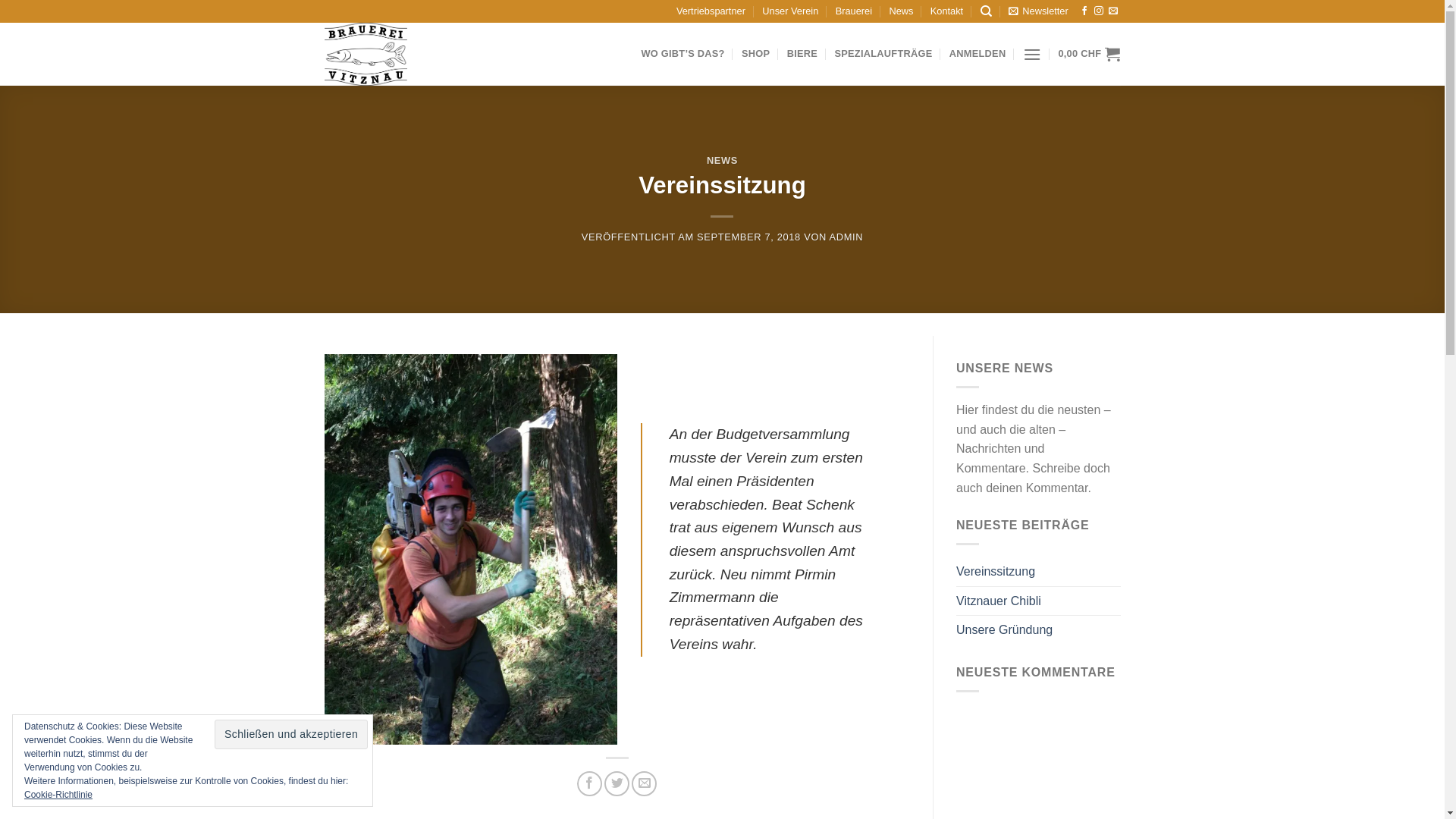 This screenshot has height=819, width=1456. Describe the element at coordinates (710, 11) in the screenshot. I see `'Vertriebspartner'` at that location.